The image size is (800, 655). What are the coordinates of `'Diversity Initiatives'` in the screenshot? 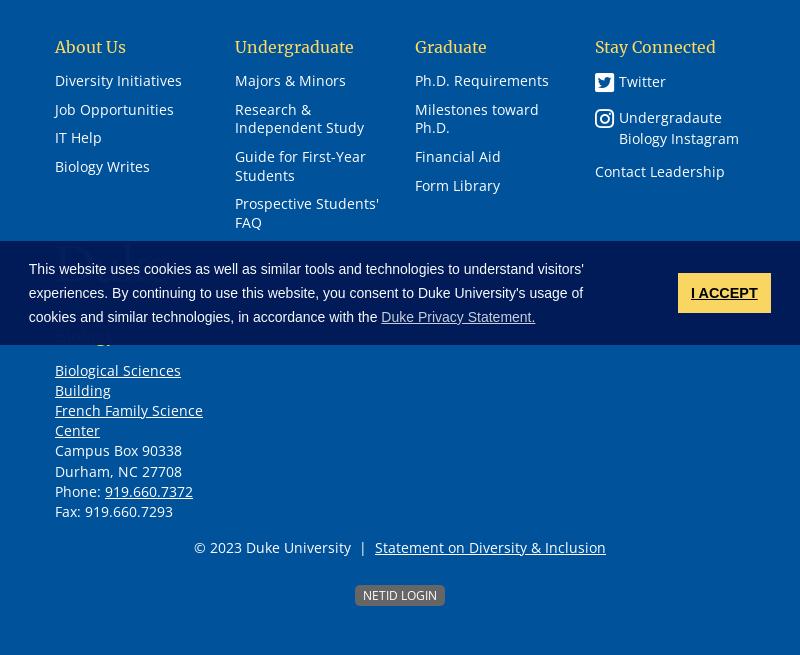 It's located at (54, 78).